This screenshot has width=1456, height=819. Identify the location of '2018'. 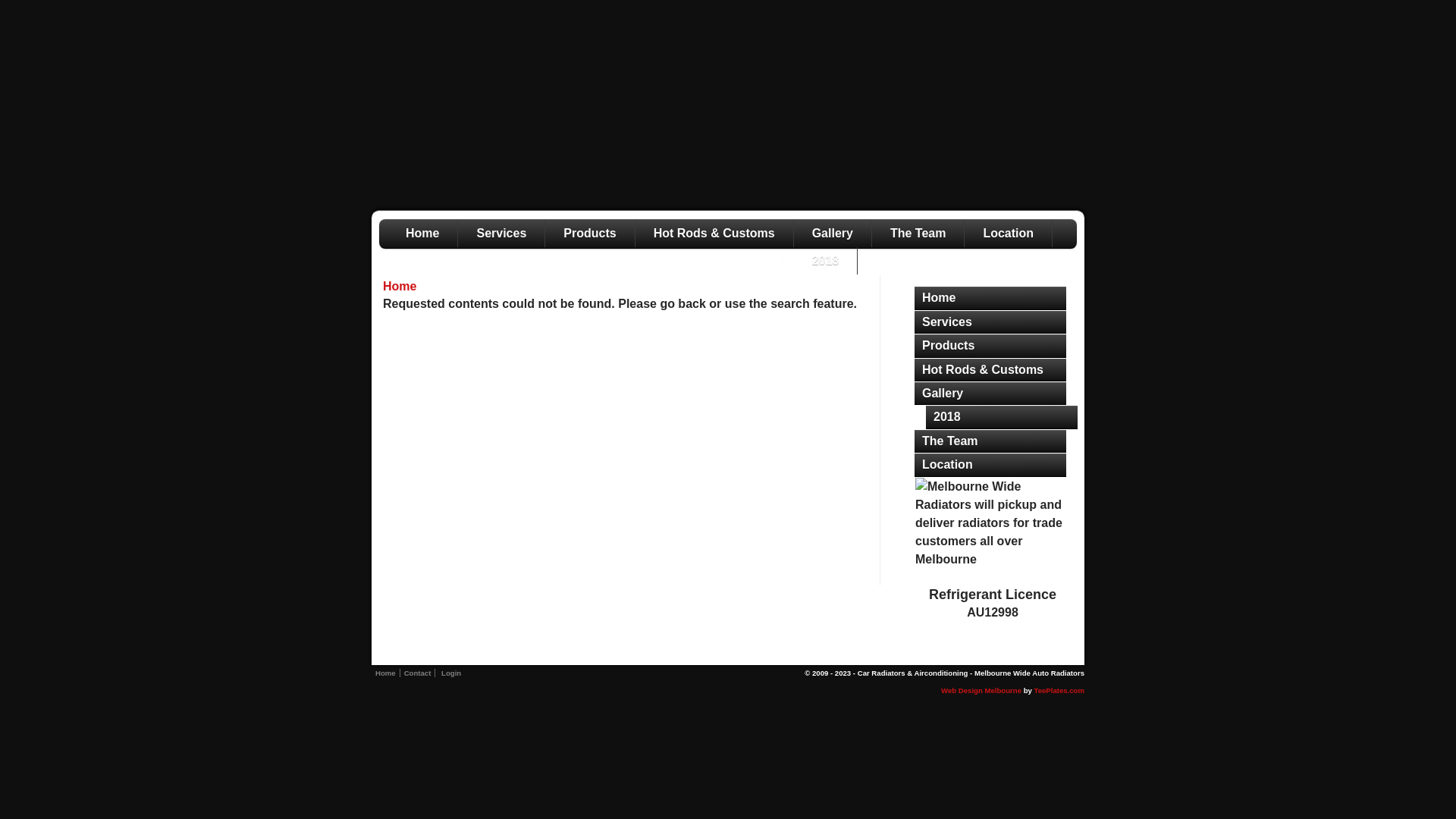
(1001, 417).